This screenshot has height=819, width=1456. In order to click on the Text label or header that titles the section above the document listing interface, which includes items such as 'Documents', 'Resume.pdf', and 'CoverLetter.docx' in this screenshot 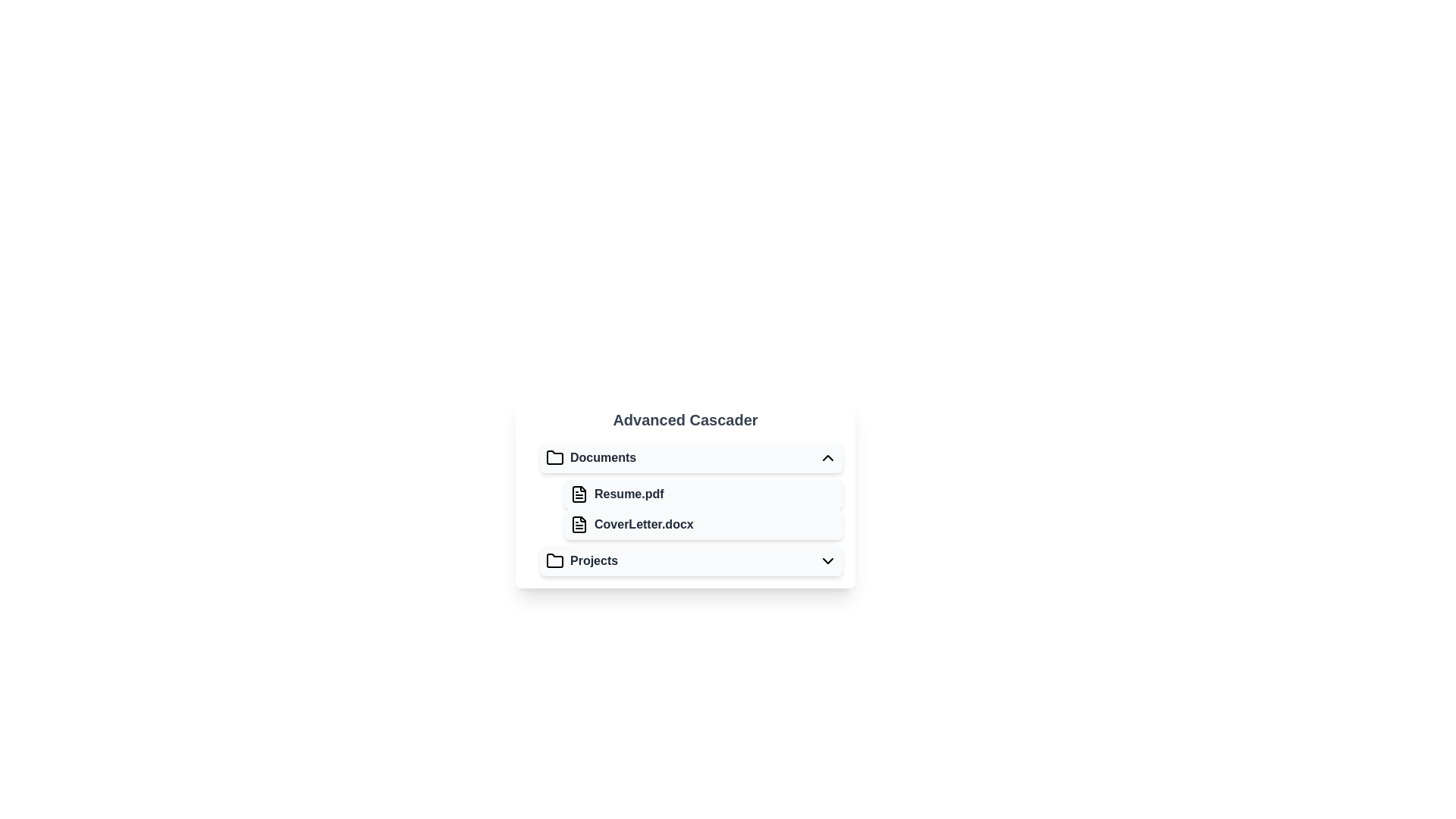, I will do `click(684, 420)`.